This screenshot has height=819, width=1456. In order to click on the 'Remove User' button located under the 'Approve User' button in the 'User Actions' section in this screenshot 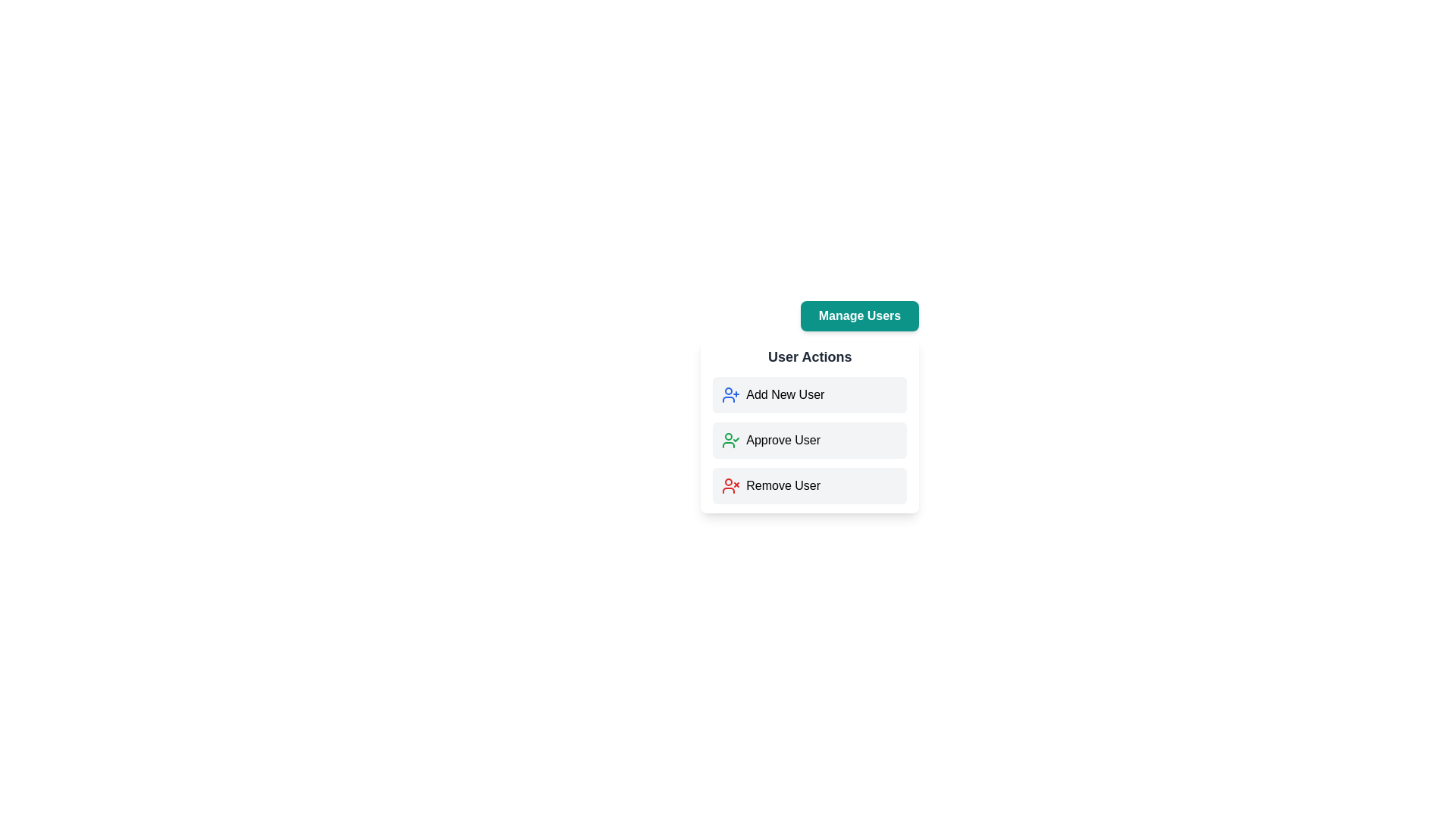, I will do `click(809, 485)`.